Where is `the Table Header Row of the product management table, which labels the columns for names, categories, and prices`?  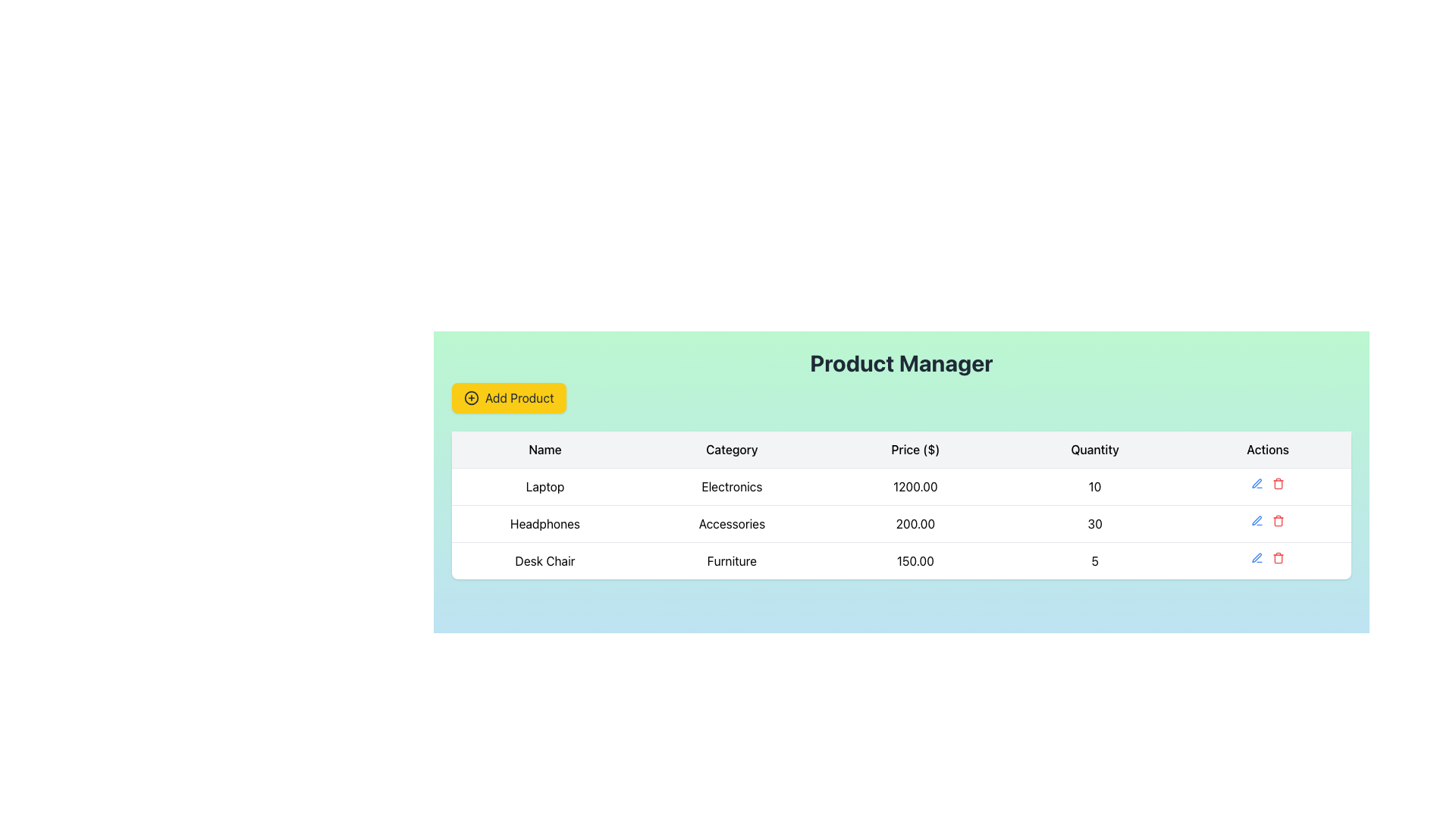
the Table Header Row of the product management table, which labels the columns for names, categories, and prices is located at coordinates (902, 449).